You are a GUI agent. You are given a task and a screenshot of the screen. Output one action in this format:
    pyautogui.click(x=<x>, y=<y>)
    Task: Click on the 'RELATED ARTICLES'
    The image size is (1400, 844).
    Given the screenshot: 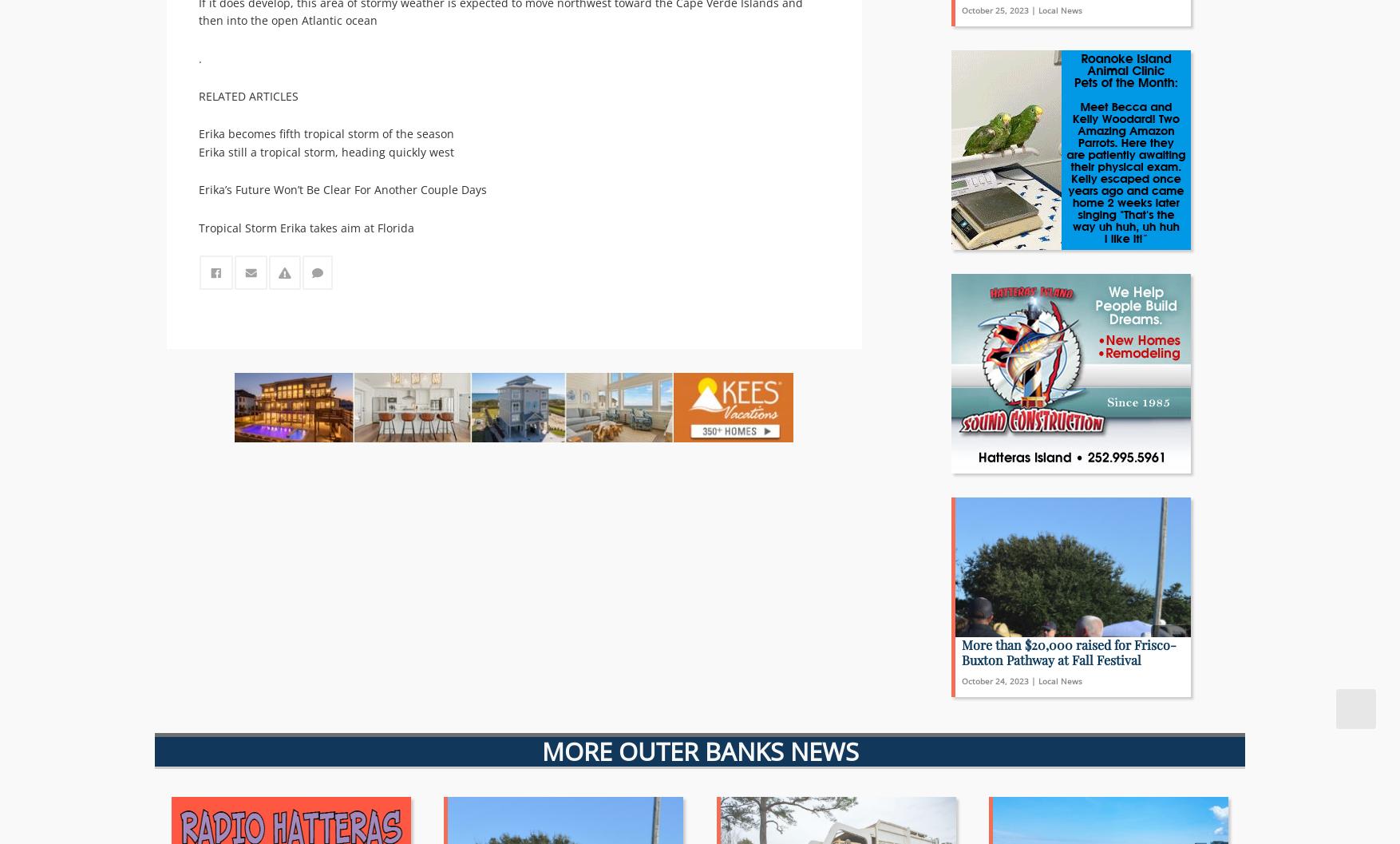 What is the action you would take?
    pyautogui.click(x=247, y=94)
    